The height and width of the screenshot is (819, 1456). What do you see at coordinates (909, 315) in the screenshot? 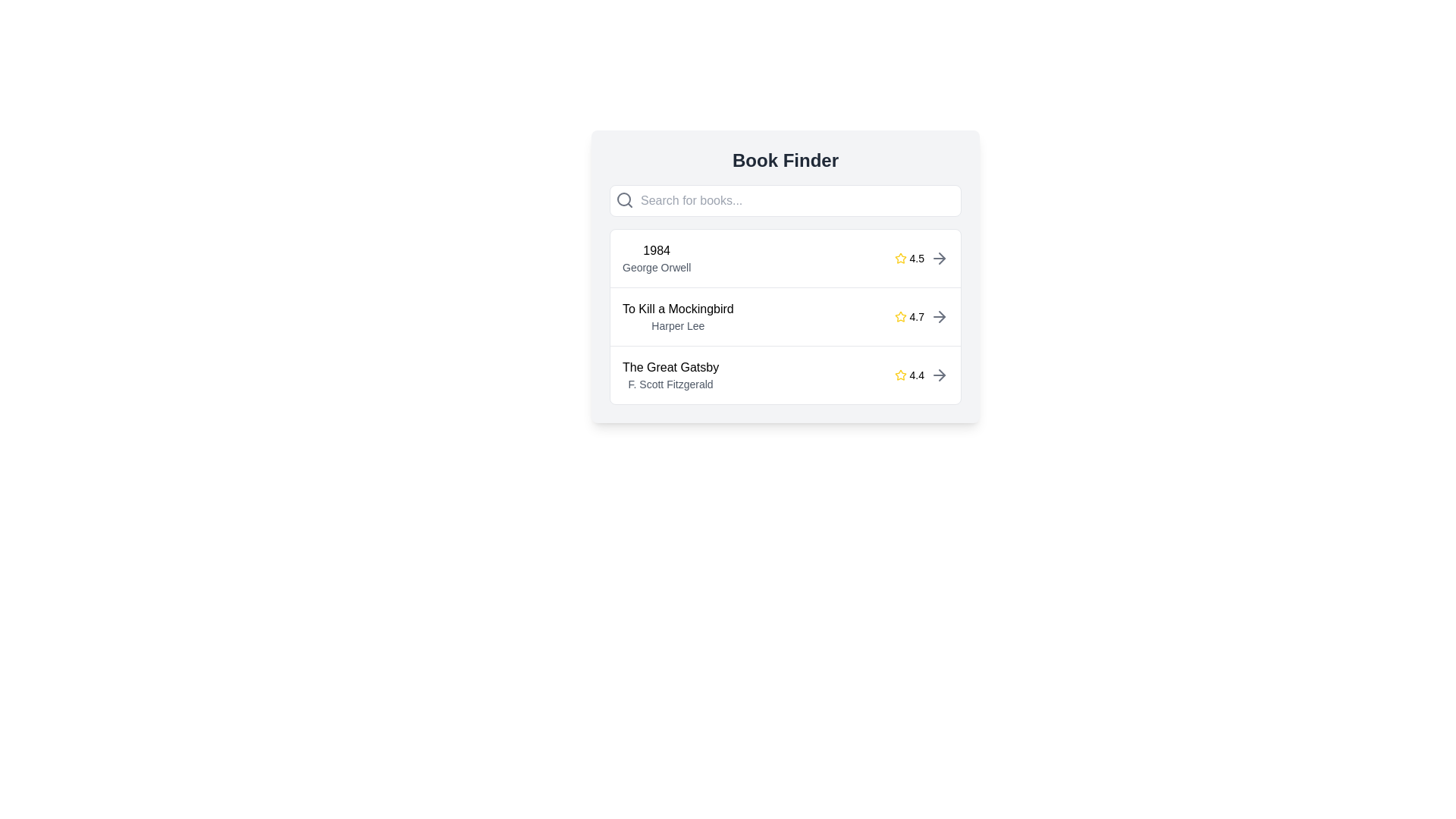
I see `the star icon located to the right of the book title 'To Kill a Mockingbird' by 'Harper Lee', which displays the average rating value` at bounding box center [909, 315].